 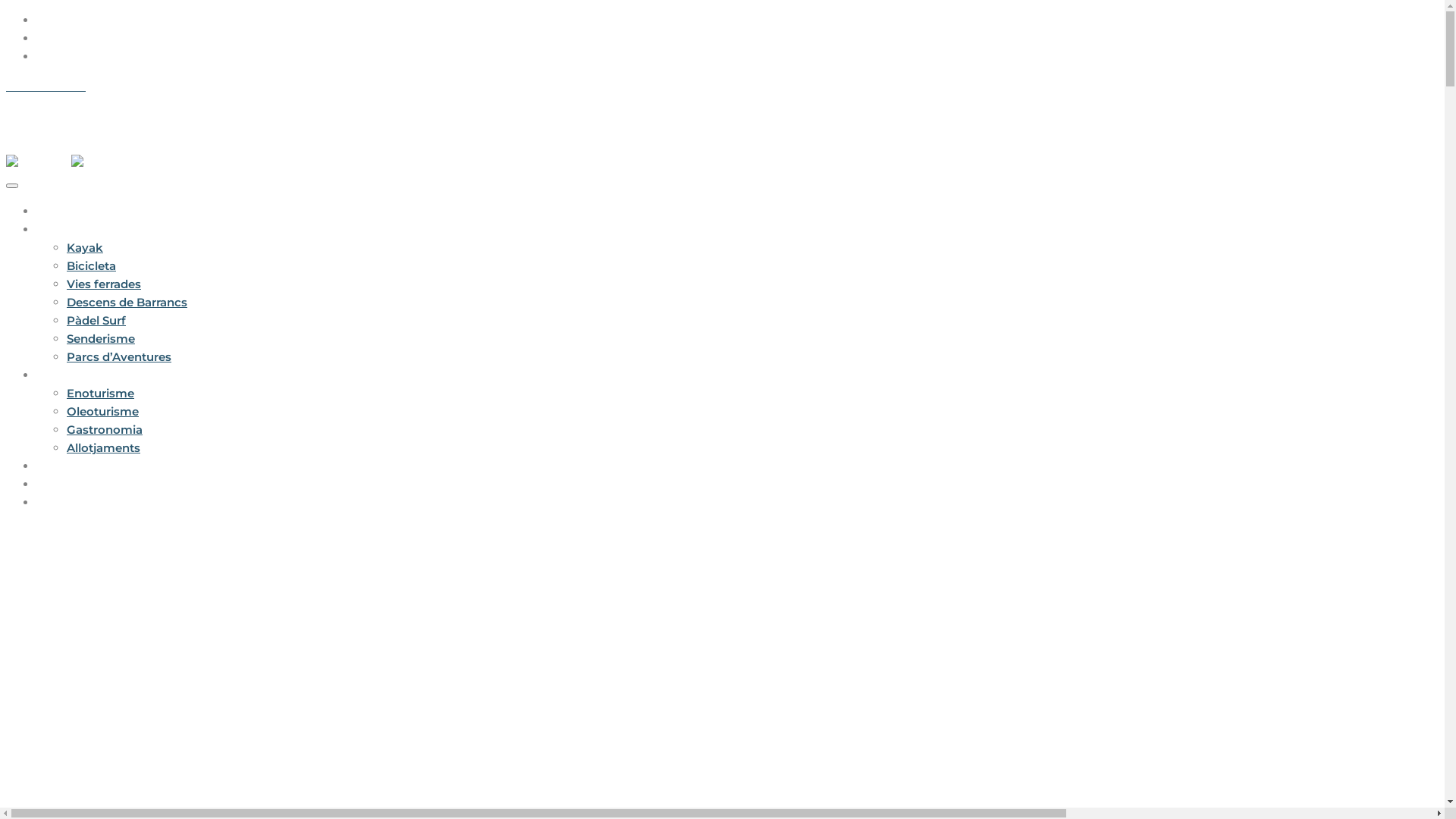 What do you see at coordinates (62, 229) in the screenshot?
I see `'Activitats'` at bounding box center [62, 229].